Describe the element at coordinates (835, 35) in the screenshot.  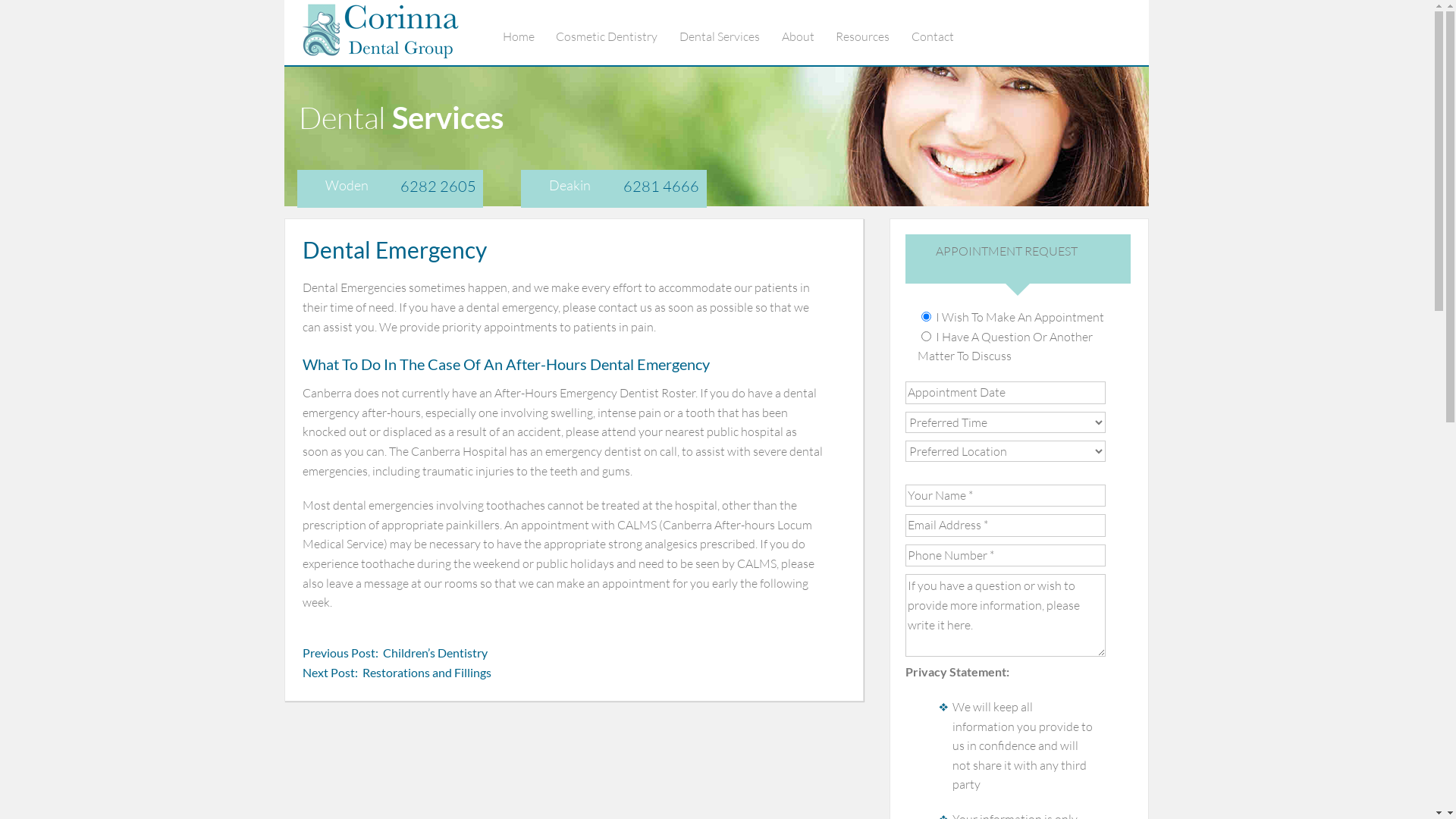
I see `'Resources'` at that location.